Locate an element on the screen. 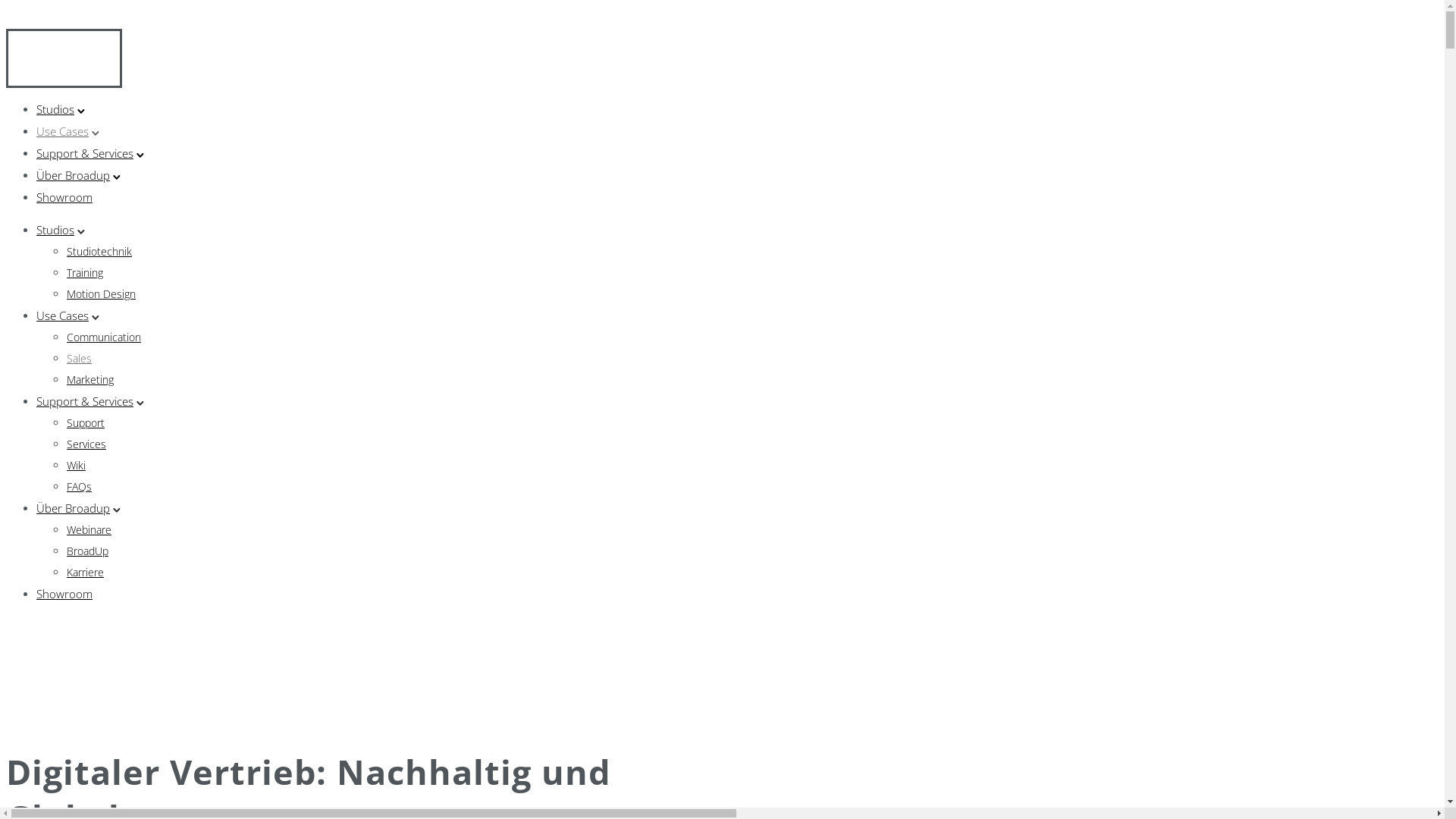 The height and width of the screenshot is (819, 1456). 'Showroom' is located at coordinates (64, 196).